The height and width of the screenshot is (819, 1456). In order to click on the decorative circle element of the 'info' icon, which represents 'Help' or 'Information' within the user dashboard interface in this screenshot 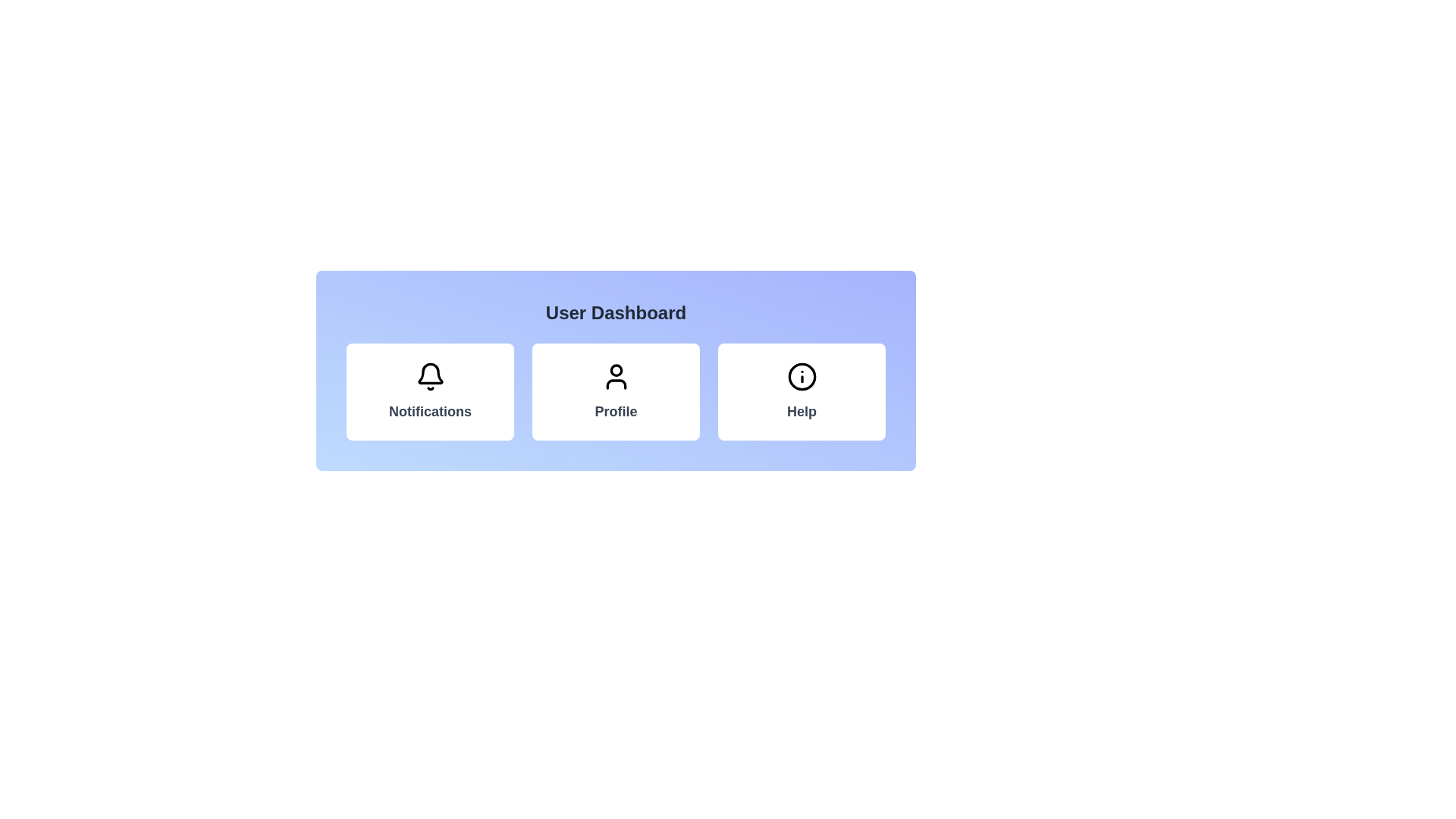, I will do `click(801, 376)`.